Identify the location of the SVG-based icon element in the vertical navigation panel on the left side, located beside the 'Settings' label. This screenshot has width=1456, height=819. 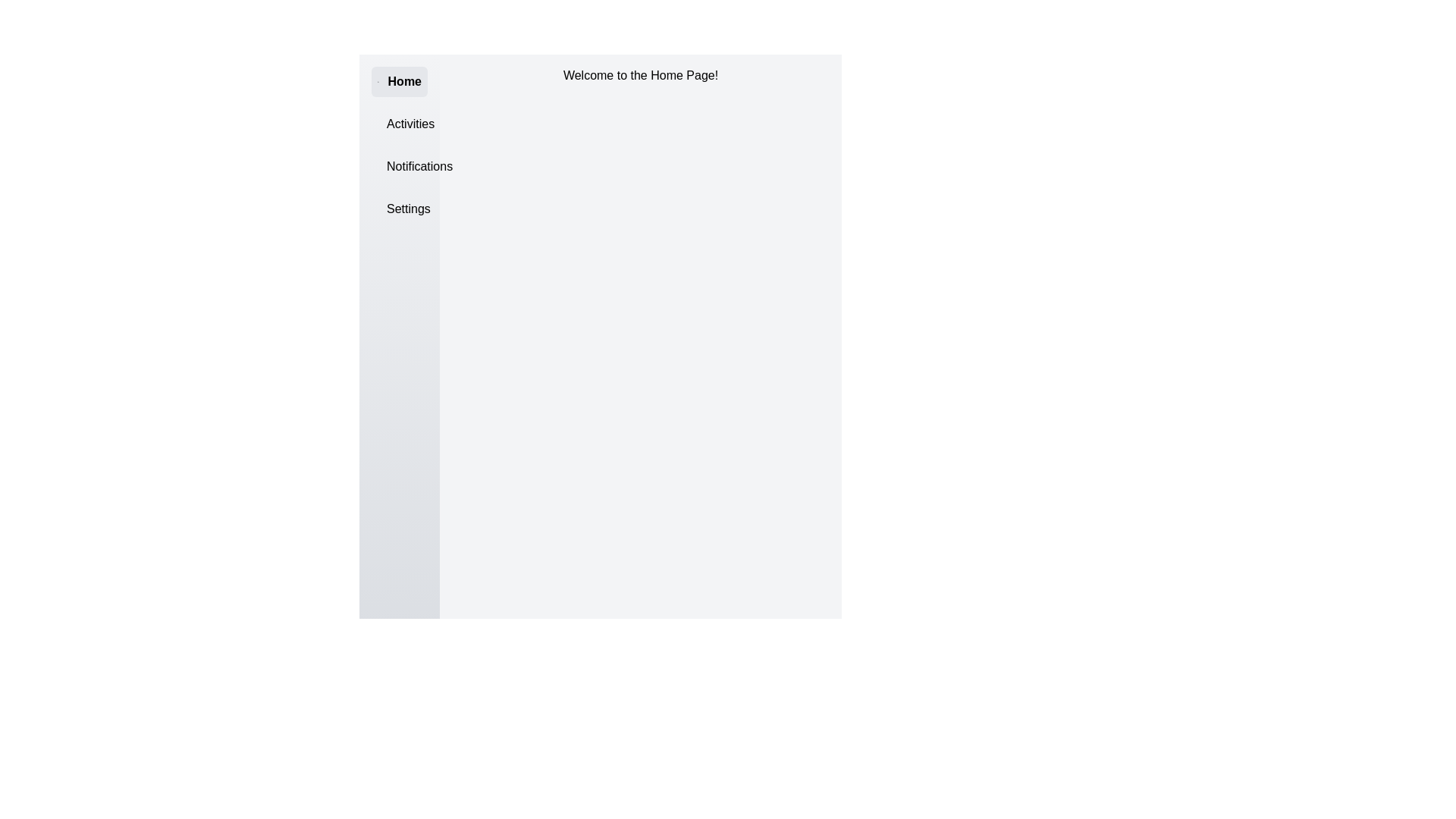
(386, 209).